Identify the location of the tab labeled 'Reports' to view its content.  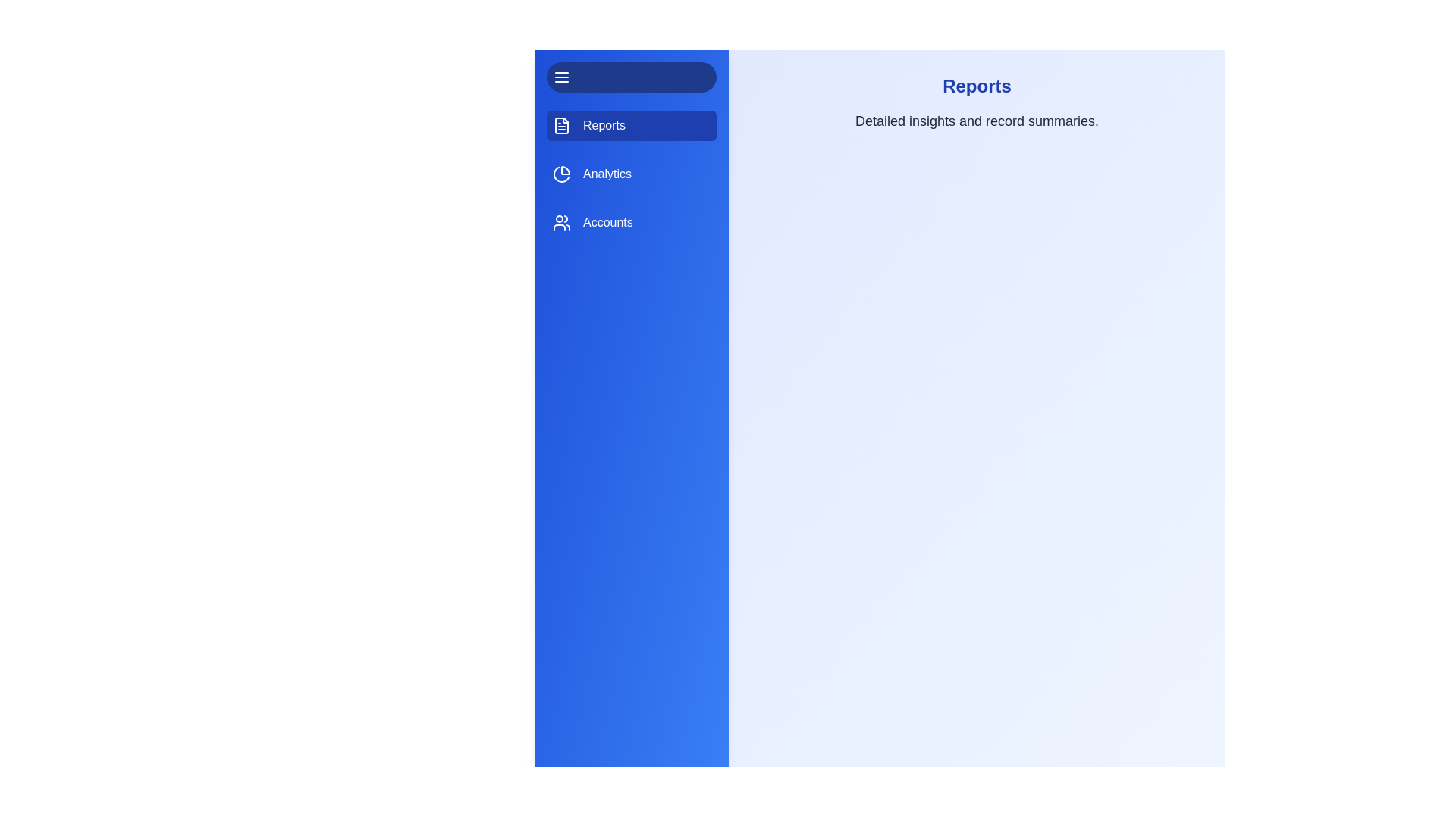
(632, 124).